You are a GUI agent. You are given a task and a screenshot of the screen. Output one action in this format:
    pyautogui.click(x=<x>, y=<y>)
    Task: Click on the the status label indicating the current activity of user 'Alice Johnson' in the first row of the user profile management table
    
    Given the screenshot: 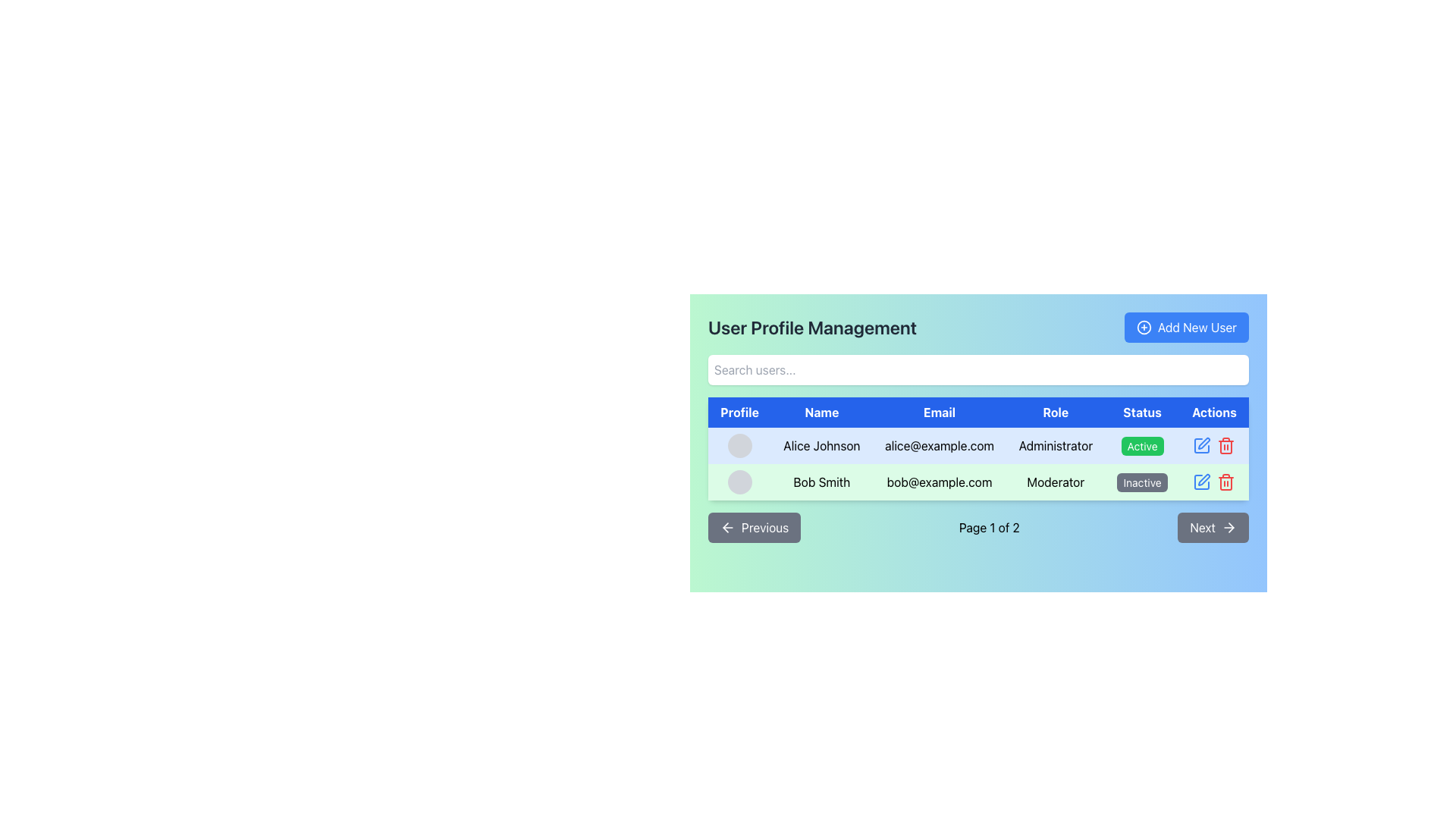 What is the action you would take?
    pyautogui.click(x=1142, y=445)
    